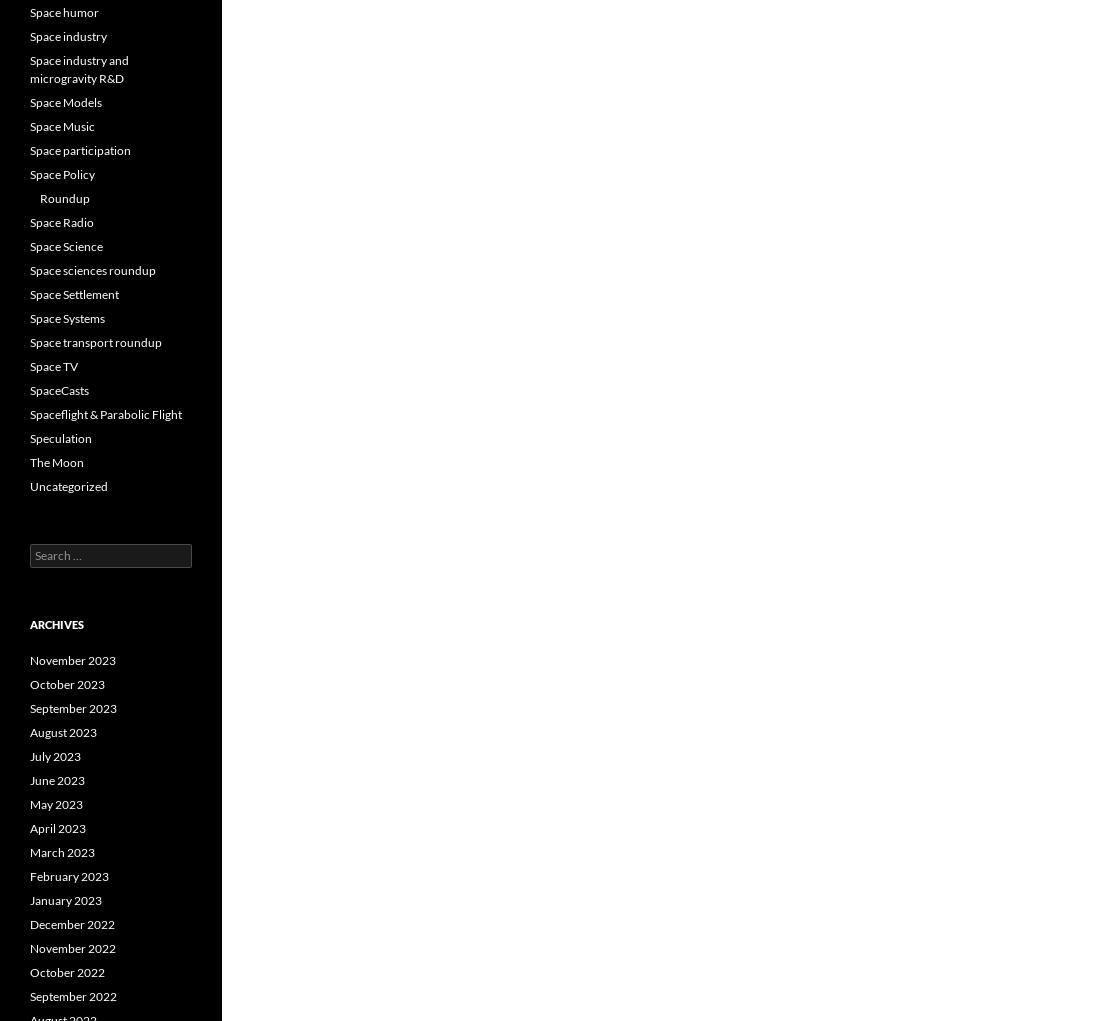  Describe the element at coordinates (29, 971) in the screenshot. I see `'October 2022'` at that location.